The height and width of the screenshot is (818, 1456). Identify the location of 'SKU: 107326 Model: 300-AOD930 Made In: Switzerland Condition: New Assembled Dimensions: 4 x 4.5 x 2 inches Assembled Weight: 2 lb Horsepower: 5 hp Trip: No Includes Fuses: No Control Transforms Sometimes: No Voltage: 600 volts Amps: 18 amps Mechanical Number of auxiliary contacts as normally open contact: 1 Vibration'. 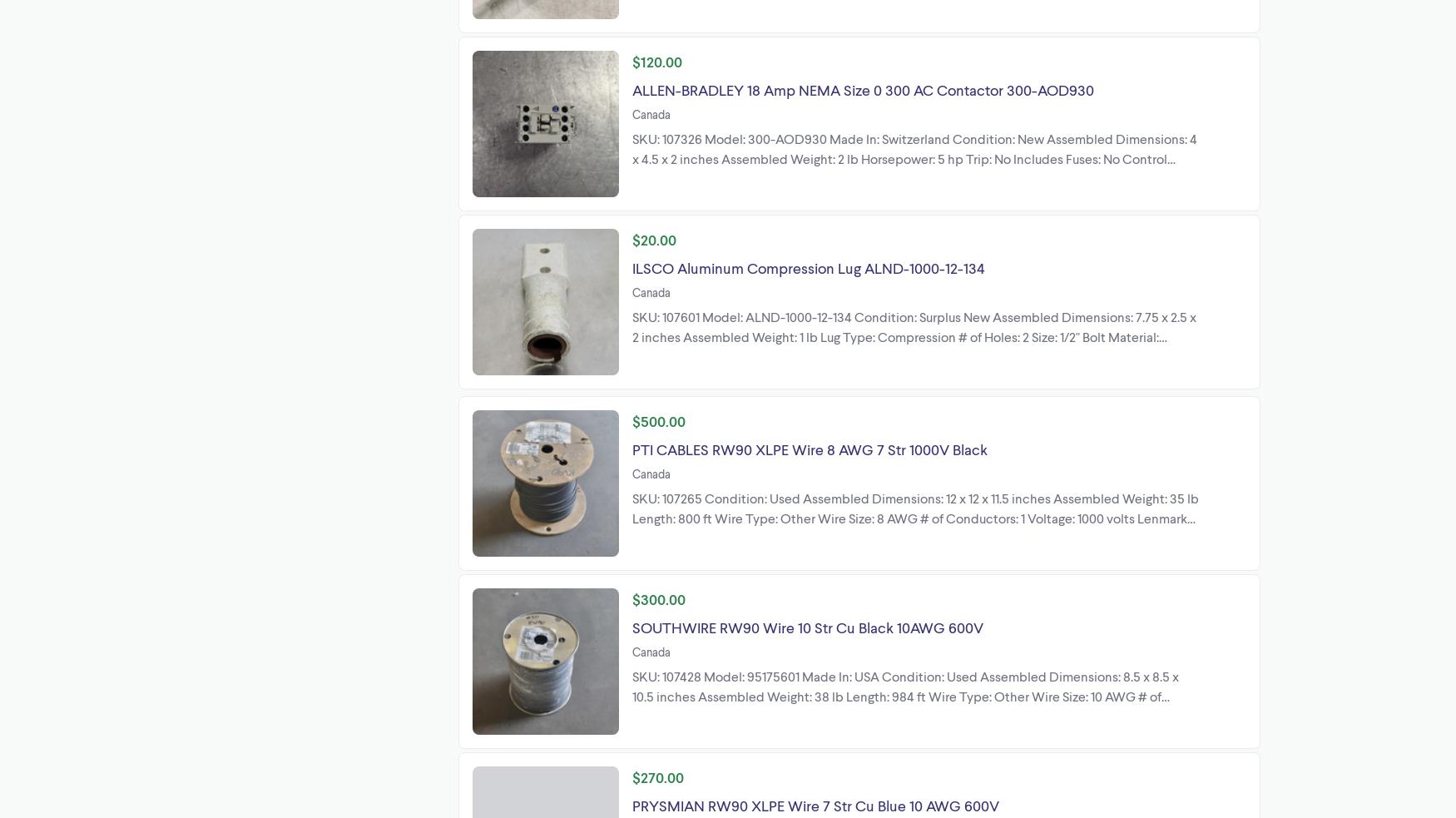
(631, 167).